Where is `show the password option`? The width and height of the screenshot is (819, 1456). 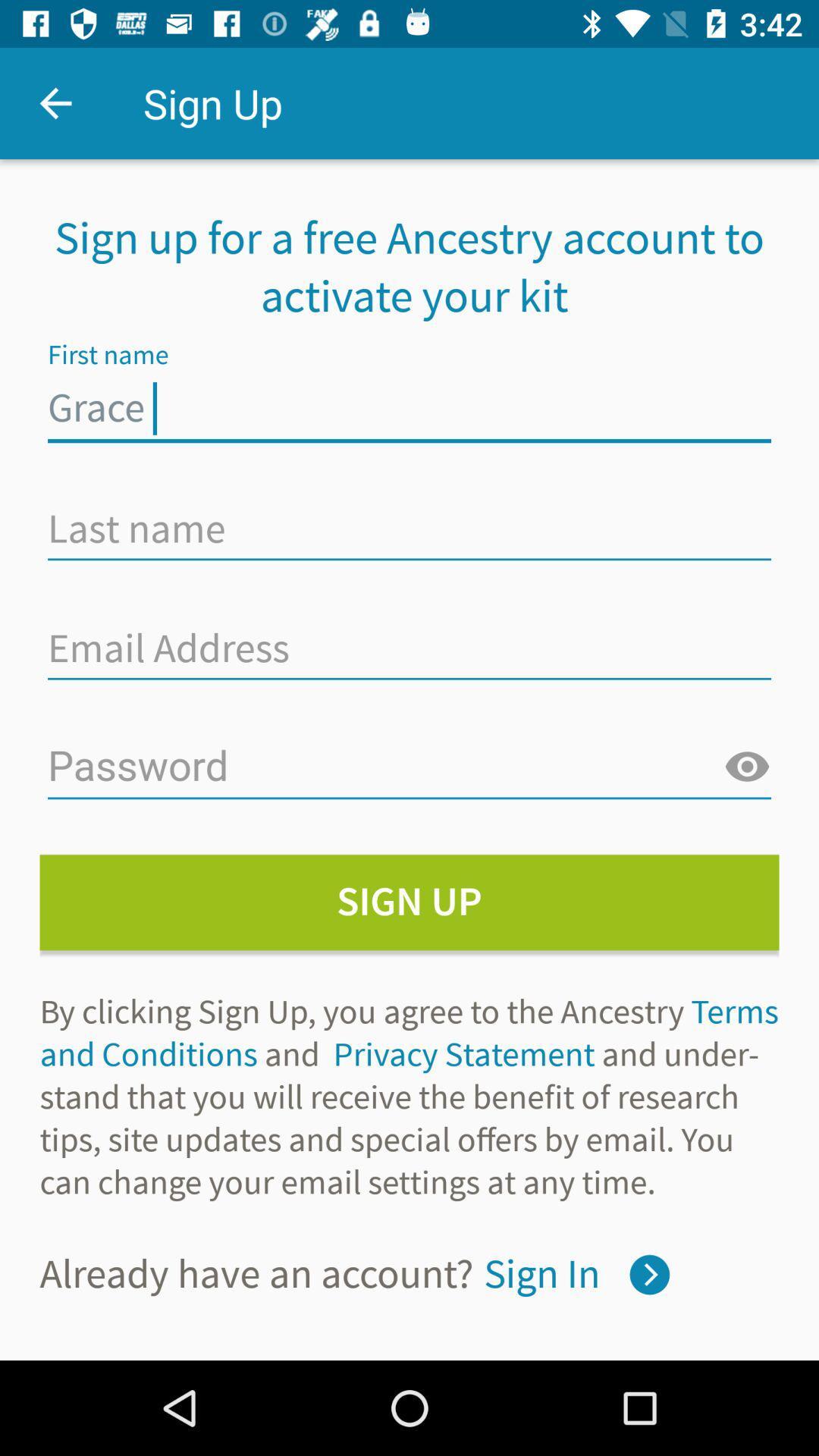
show the password option is located at coordinates (746, 767).